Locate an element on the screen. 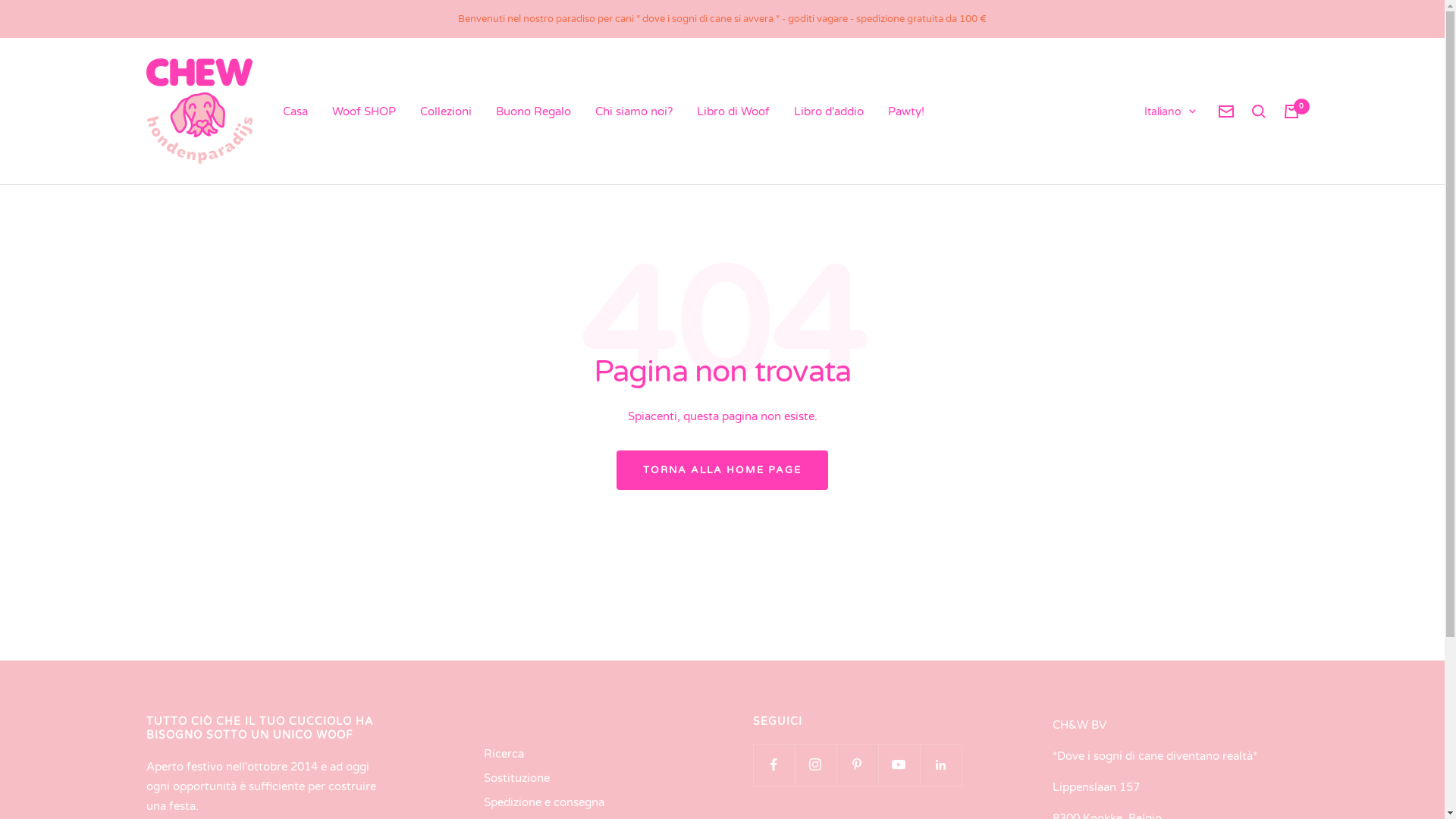 The image size is (1456, 819). 'TORNA ALLA HOME PAGE' is located at coordinates (721, 469).